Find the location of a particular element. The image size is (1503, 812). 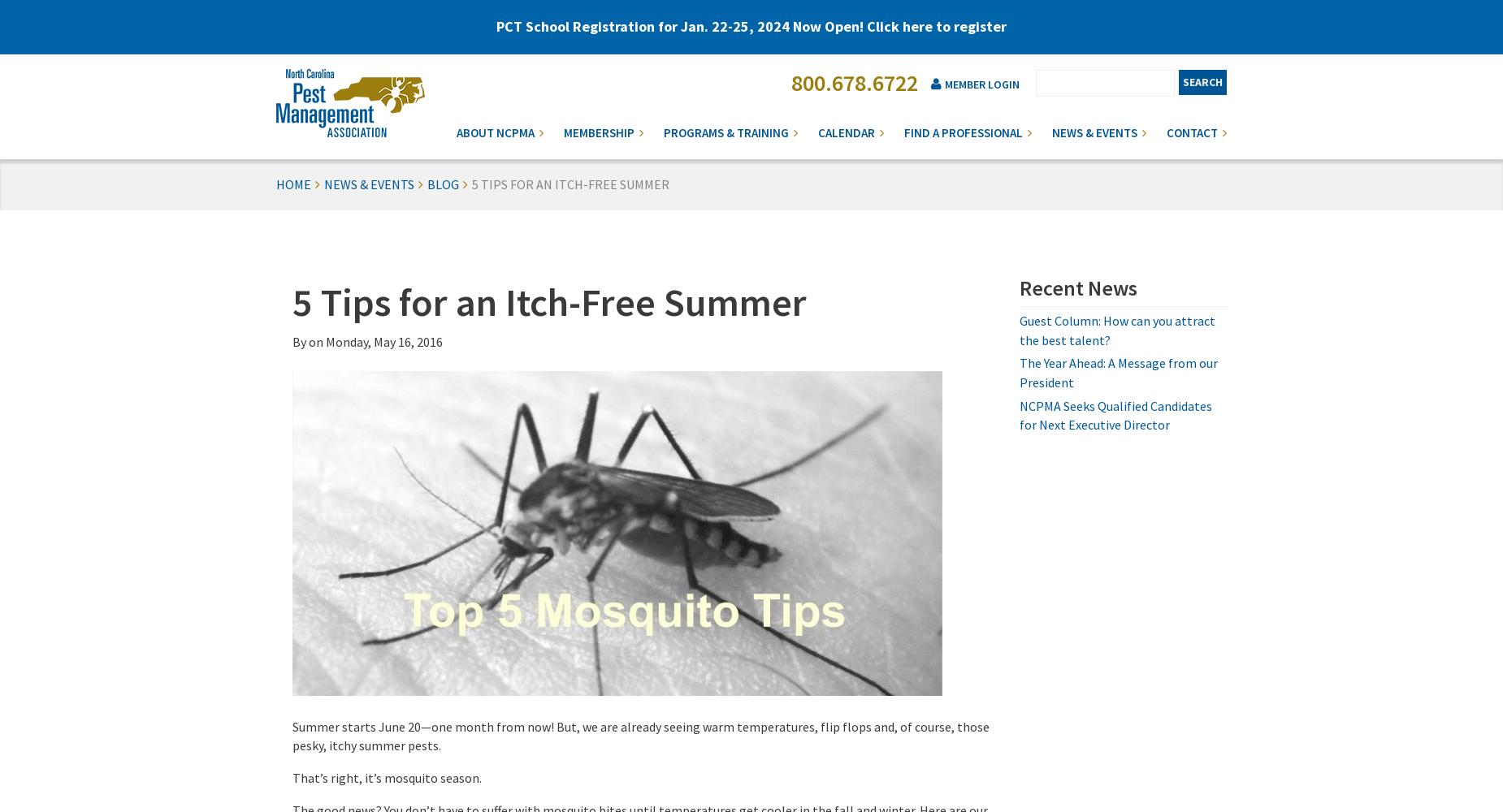

'800.678.6722' is located at coordinates (853, 82).